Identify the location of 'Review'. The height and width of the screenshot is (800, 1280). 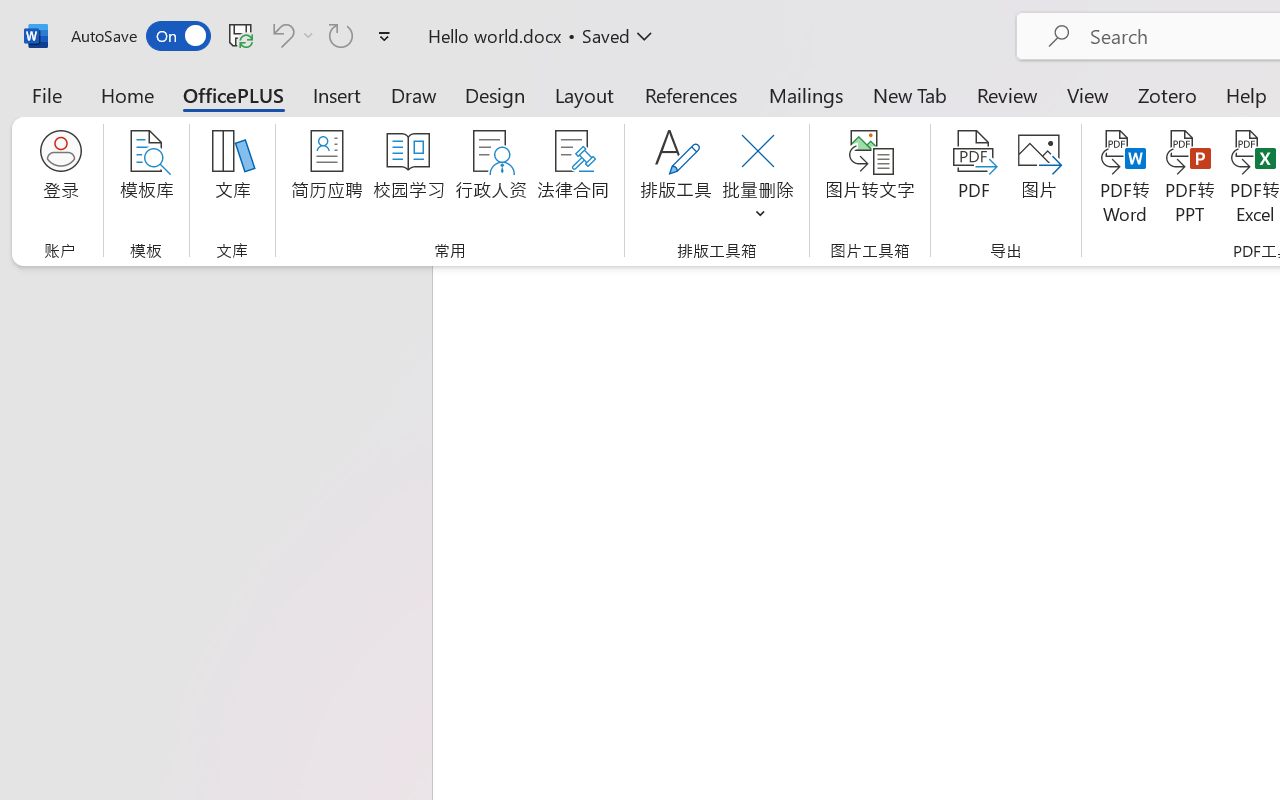
(1007, 94).